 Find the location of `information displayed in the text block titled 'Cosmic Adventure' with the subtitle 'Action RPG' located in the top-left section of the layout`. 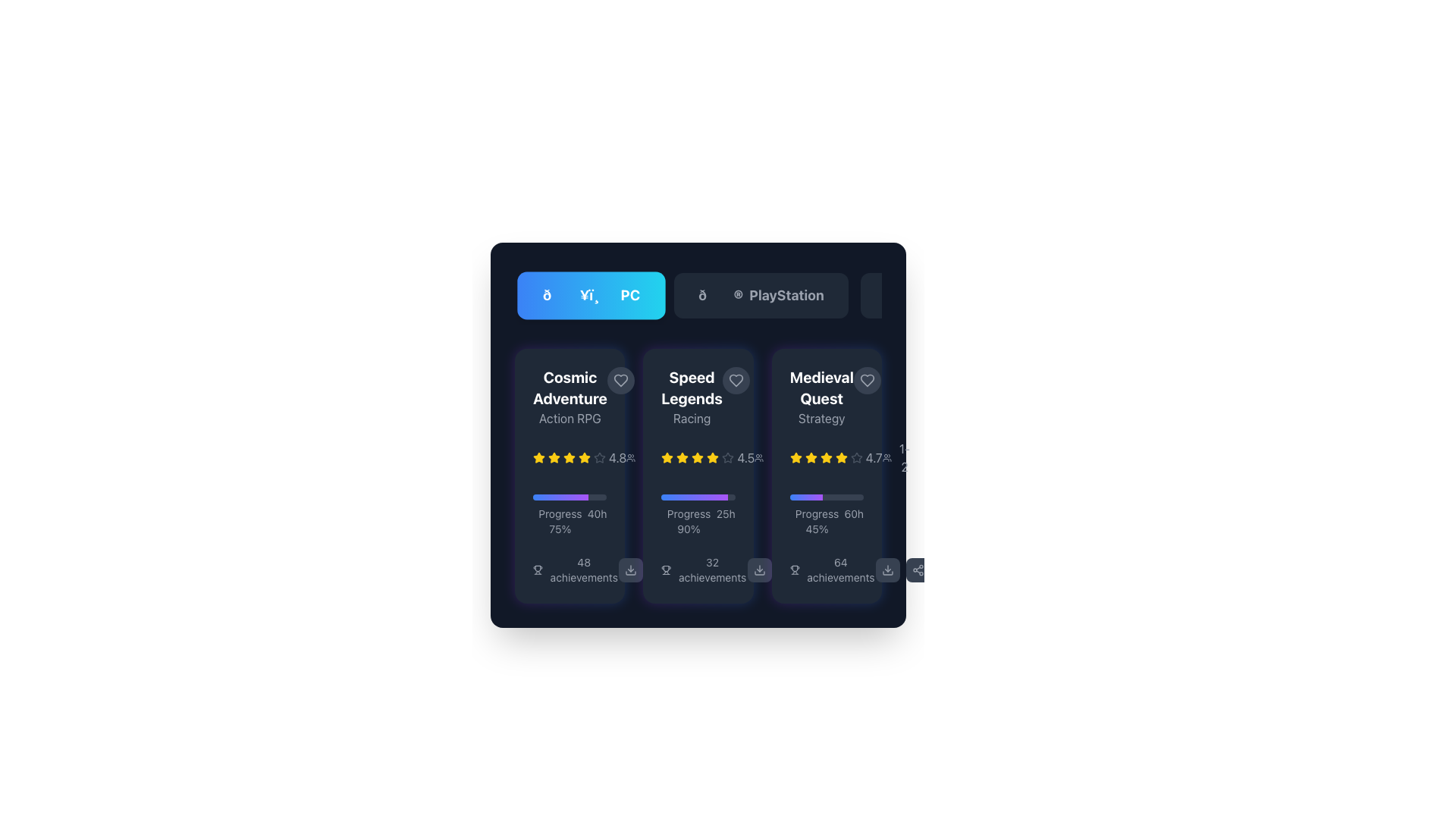

information displayed in the text block titled 'Cosmic Adventure' with the subtitle 'Action RPG' located in the top-left section of the layout is located at coordinates (569, 397).